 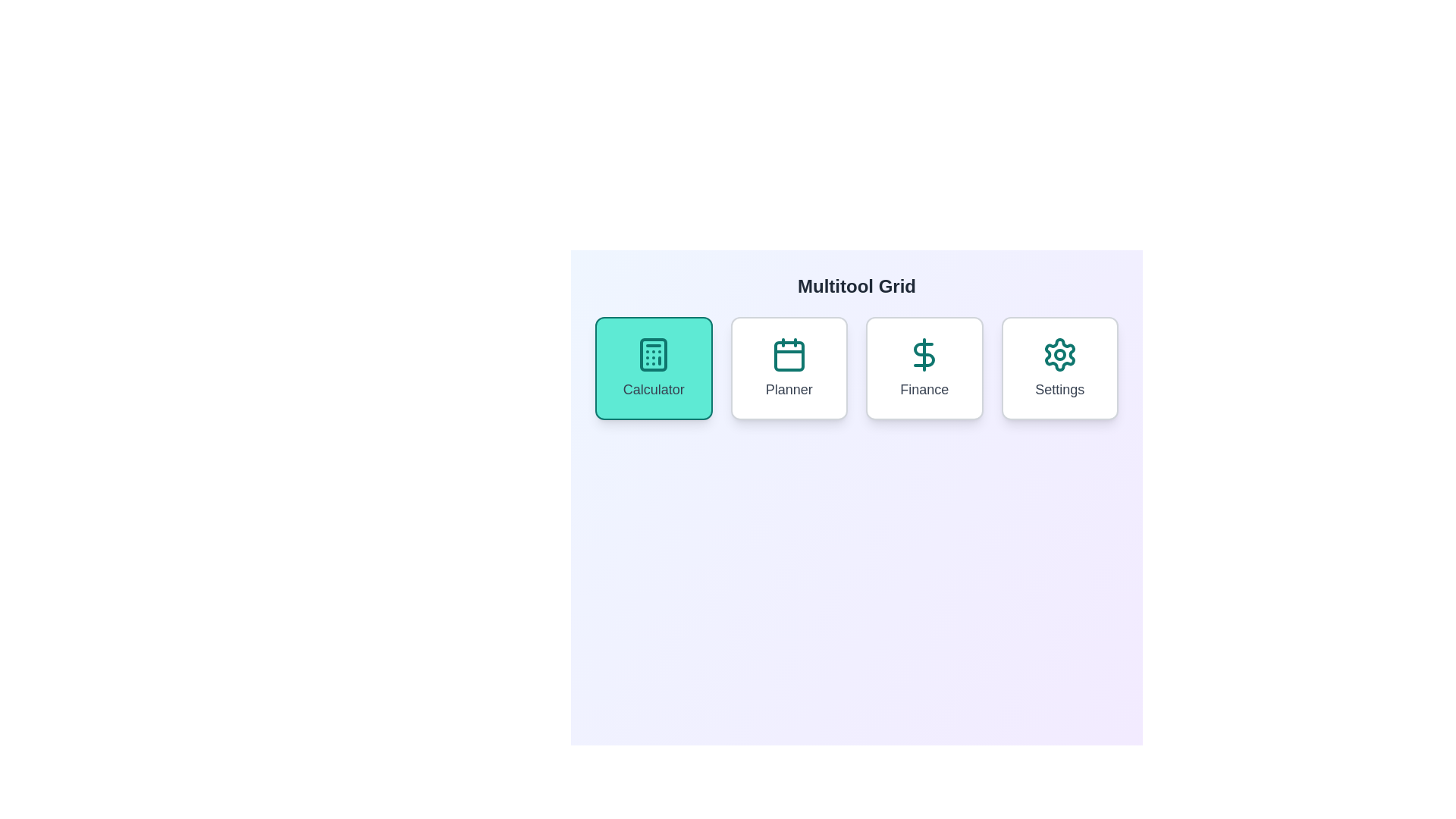 I want to click on the settings card, which has a white background, rounded border, gear icon in teal, and 'Settings' text in gray, located in the bottom-right corner of the grid layout, so click(x=1059, y=369).